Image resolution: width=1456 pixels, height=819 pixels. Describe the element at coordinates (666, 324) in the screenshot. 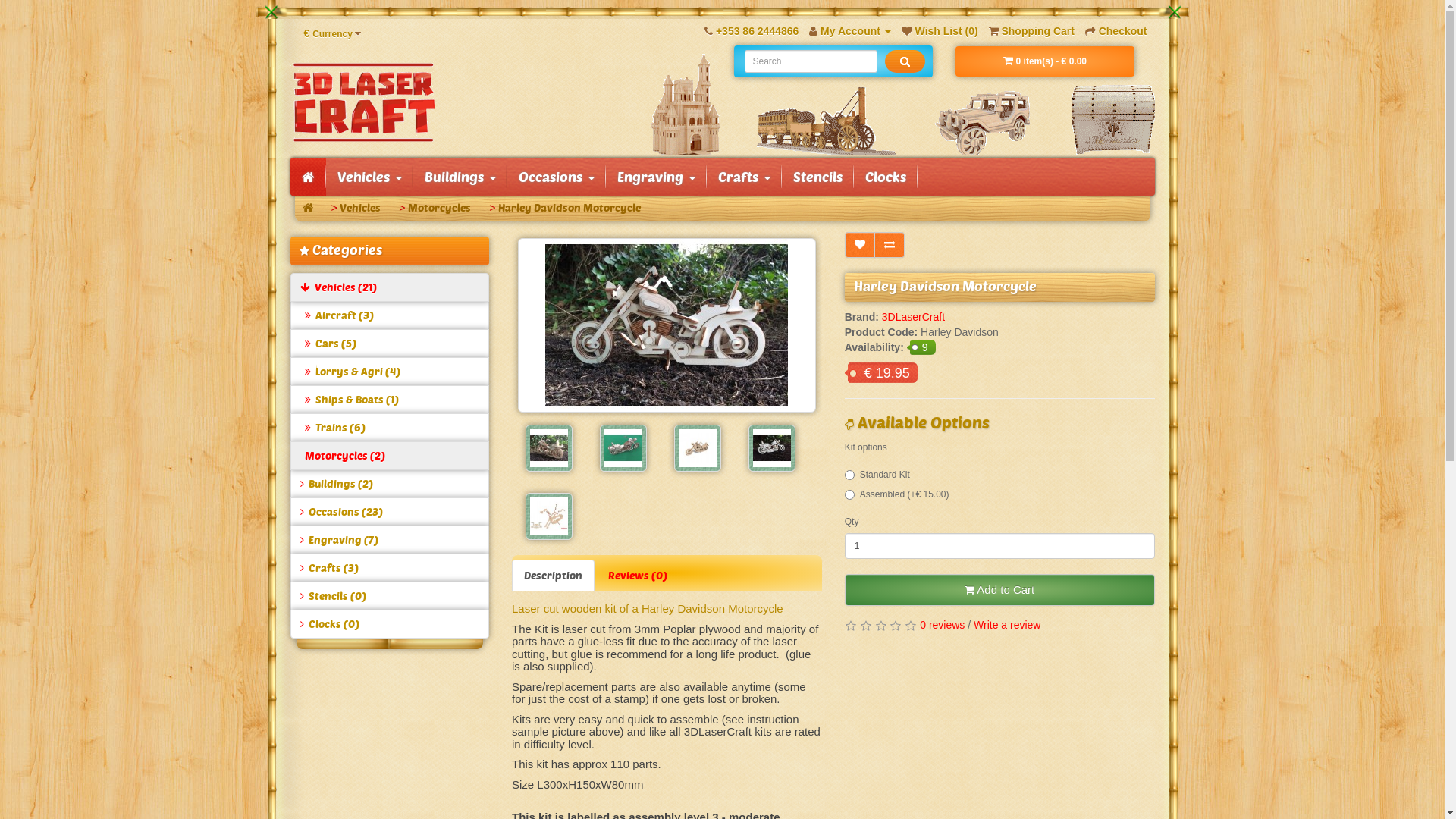

I see `'Harley Davidson Motorcycle'` at that location.